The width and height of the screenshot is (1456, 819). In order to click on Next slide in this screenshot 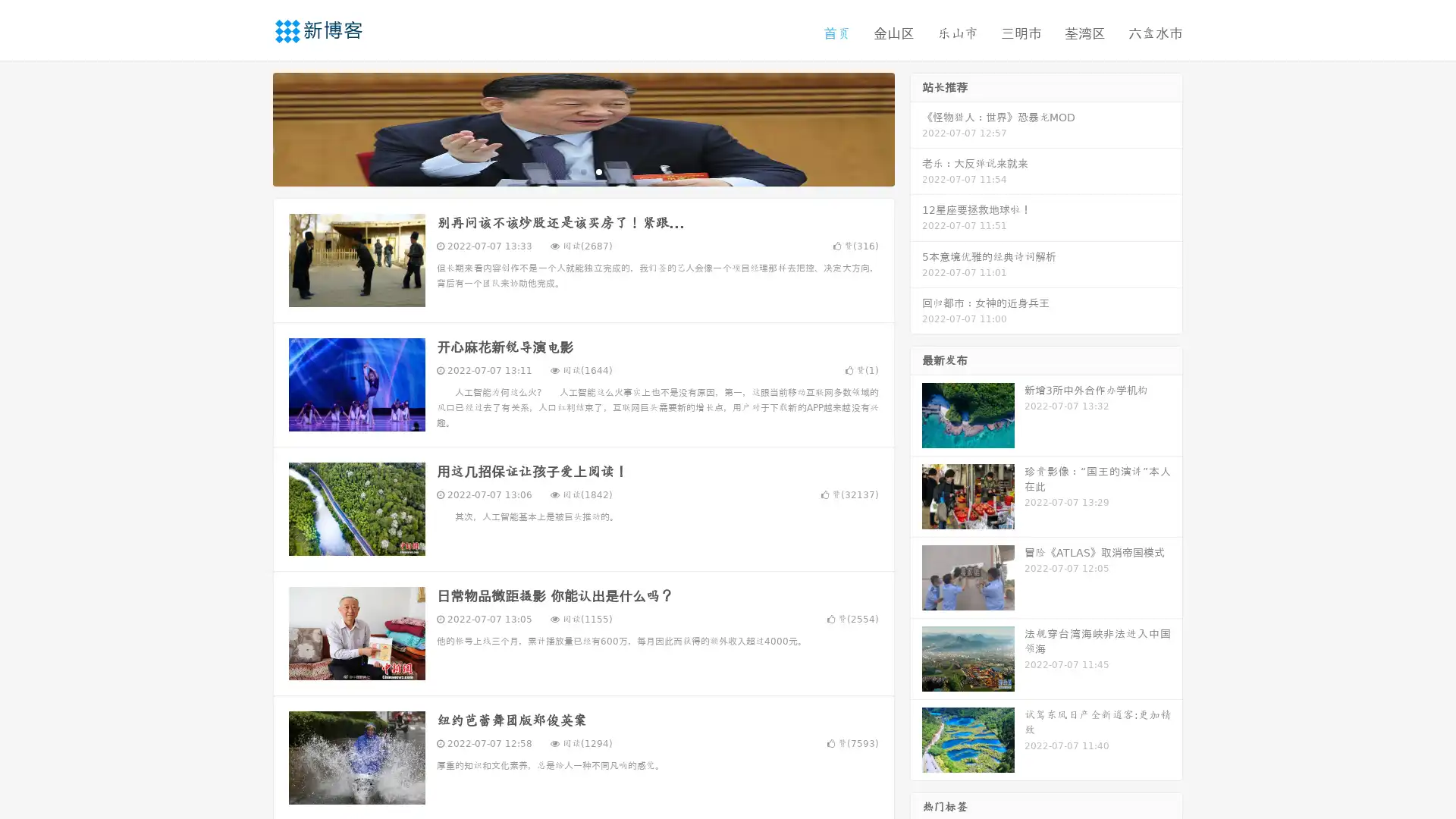, I will do `click(916, 127)`.